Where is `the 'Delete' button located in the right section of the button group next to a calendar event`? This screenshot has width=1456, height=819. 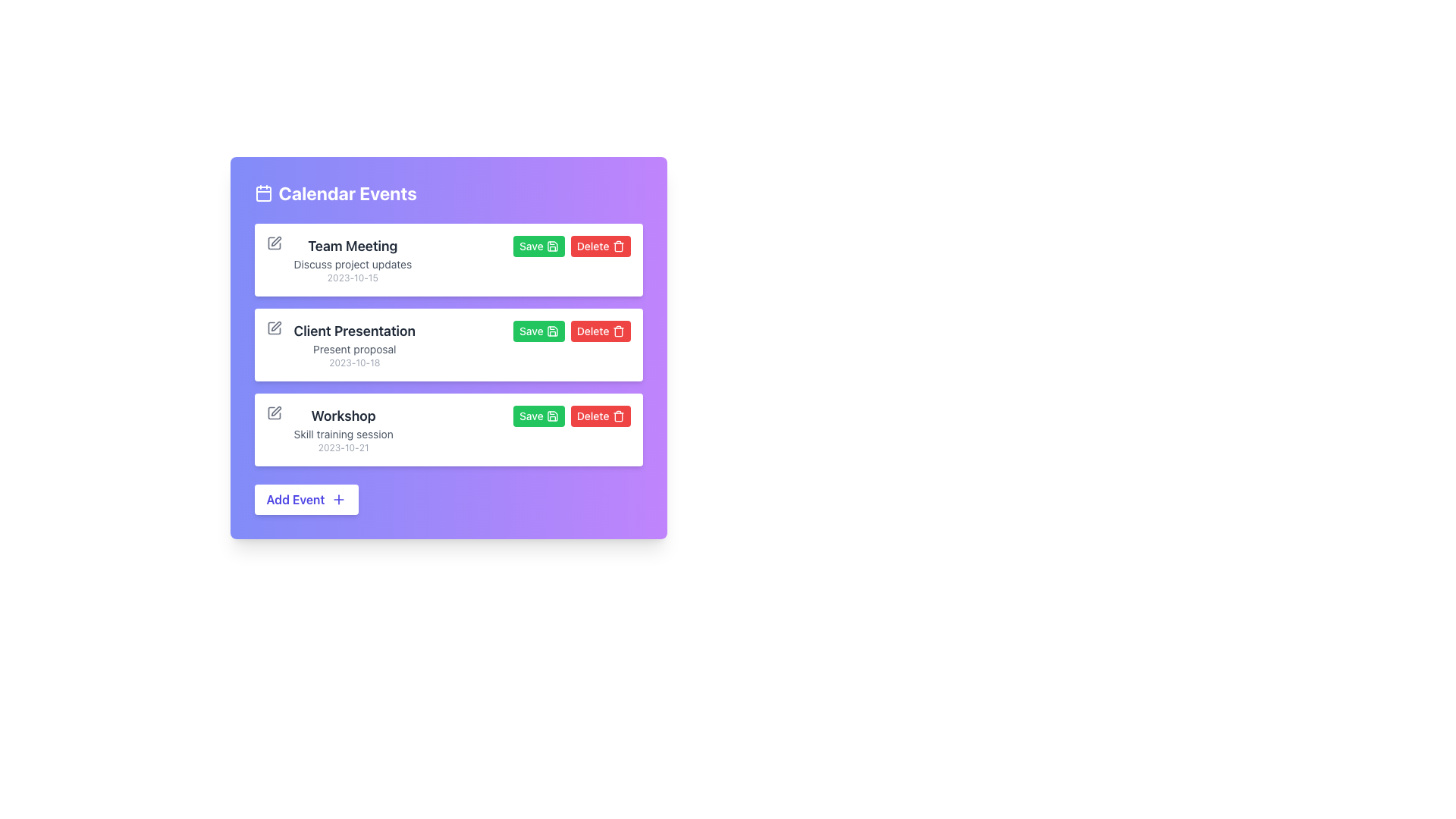 the 'Delete' button located in the right section of the button group next to a calendar event is located at coordinates (600, 330).